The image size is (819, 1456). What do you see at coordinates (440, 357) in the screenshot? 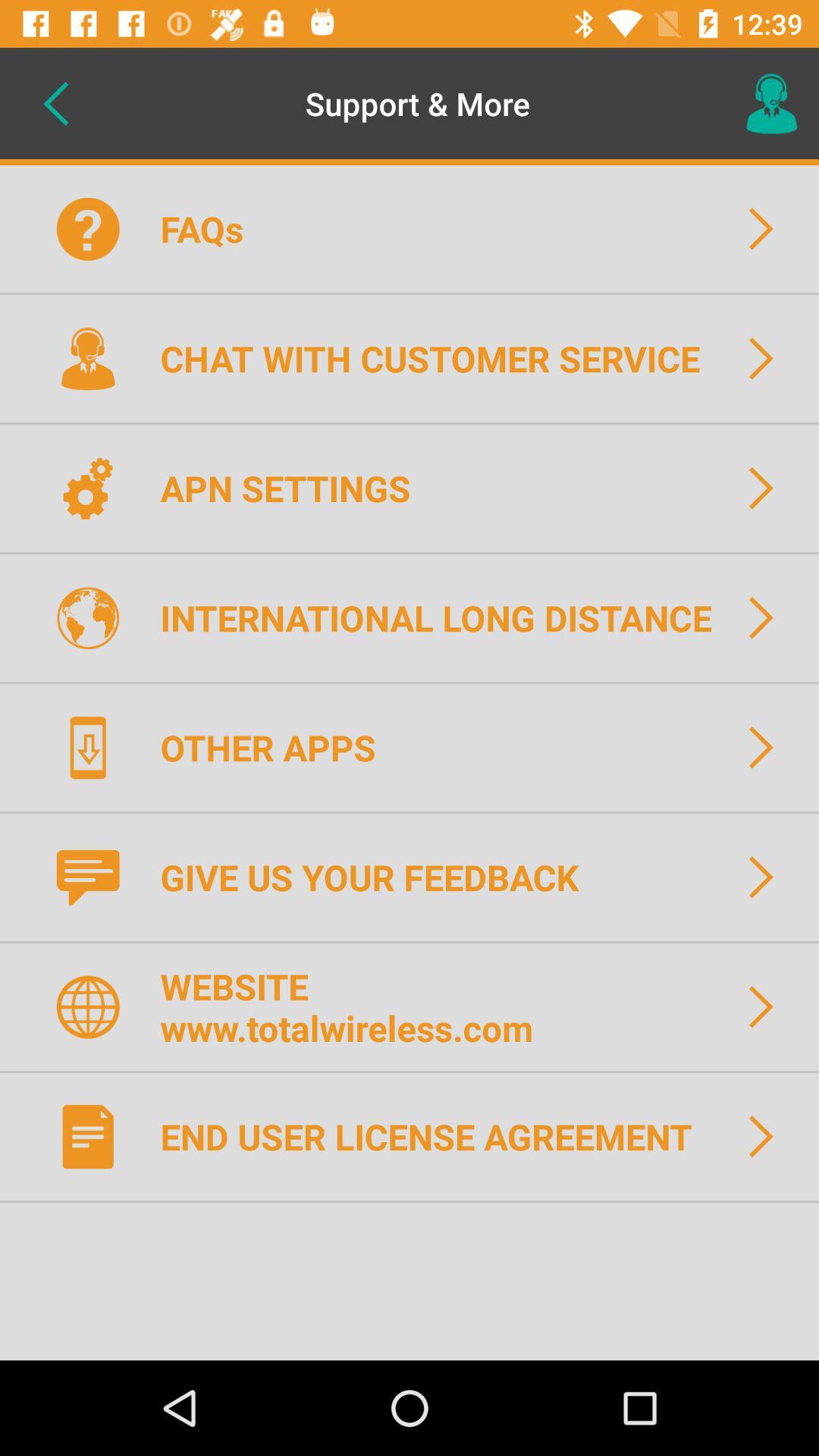
I see `the chat with customer item` at bounding box center [440, 357].